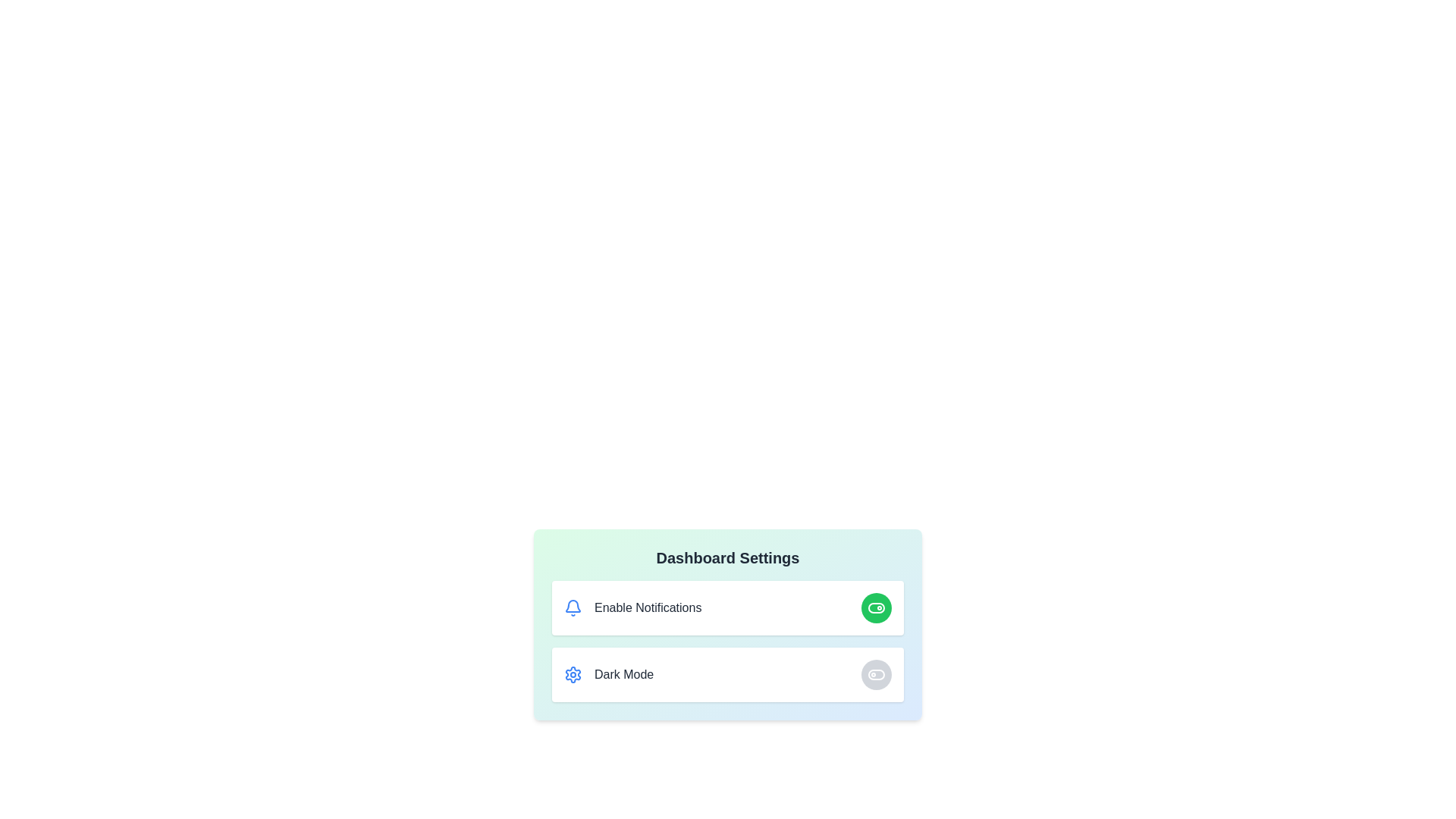  I want to click on the green circular toggle button of the 'Enable Notifications' switch located in the 'Dashboard Settings' section to change its state, so click(728, 607).